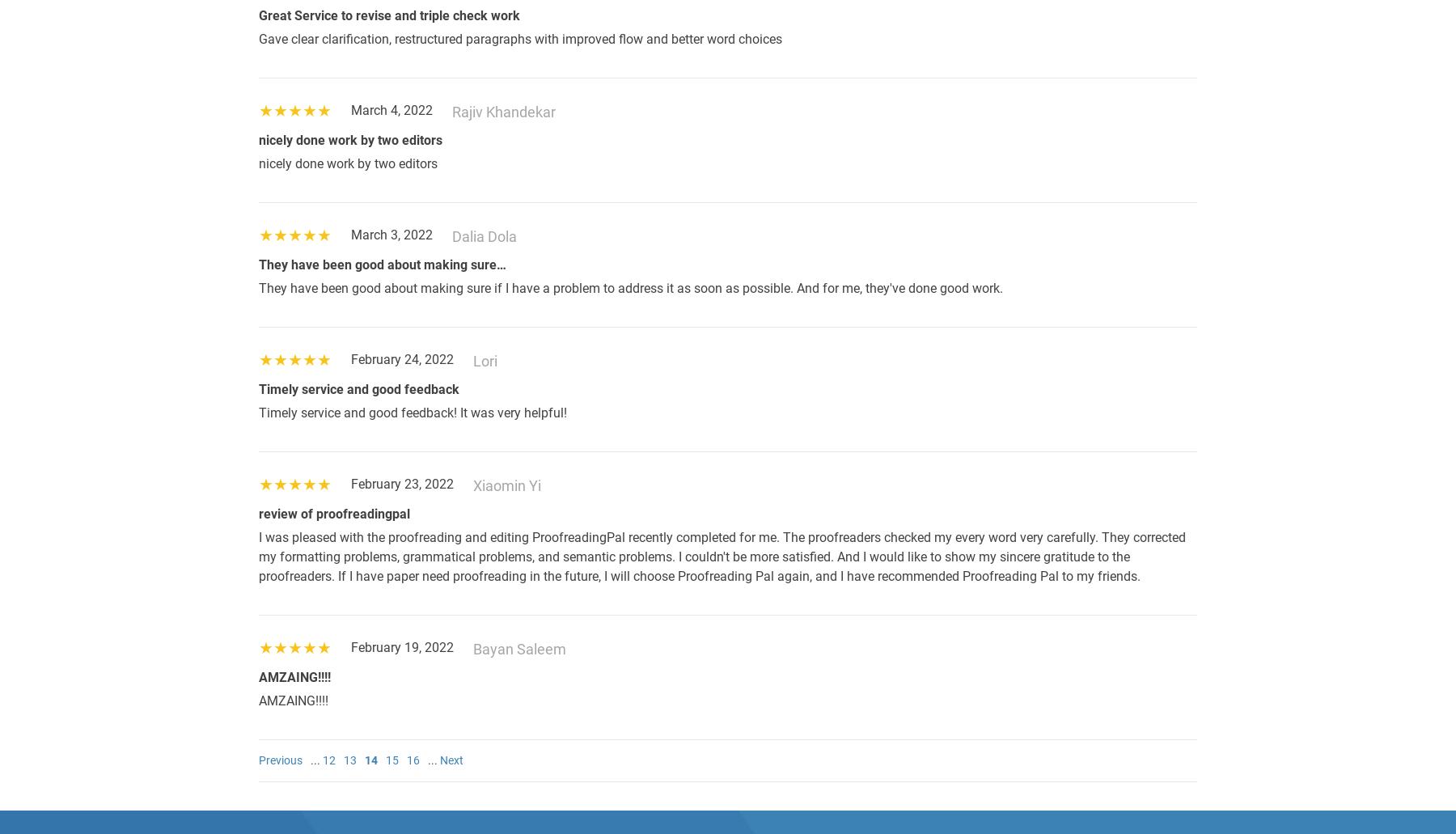 Image resolution: width=1456 pixels, height=834 pixels. Describe the element at coordinates (258, 389) in the screenshot. I see `'Timely service and good feedback'` at that location.